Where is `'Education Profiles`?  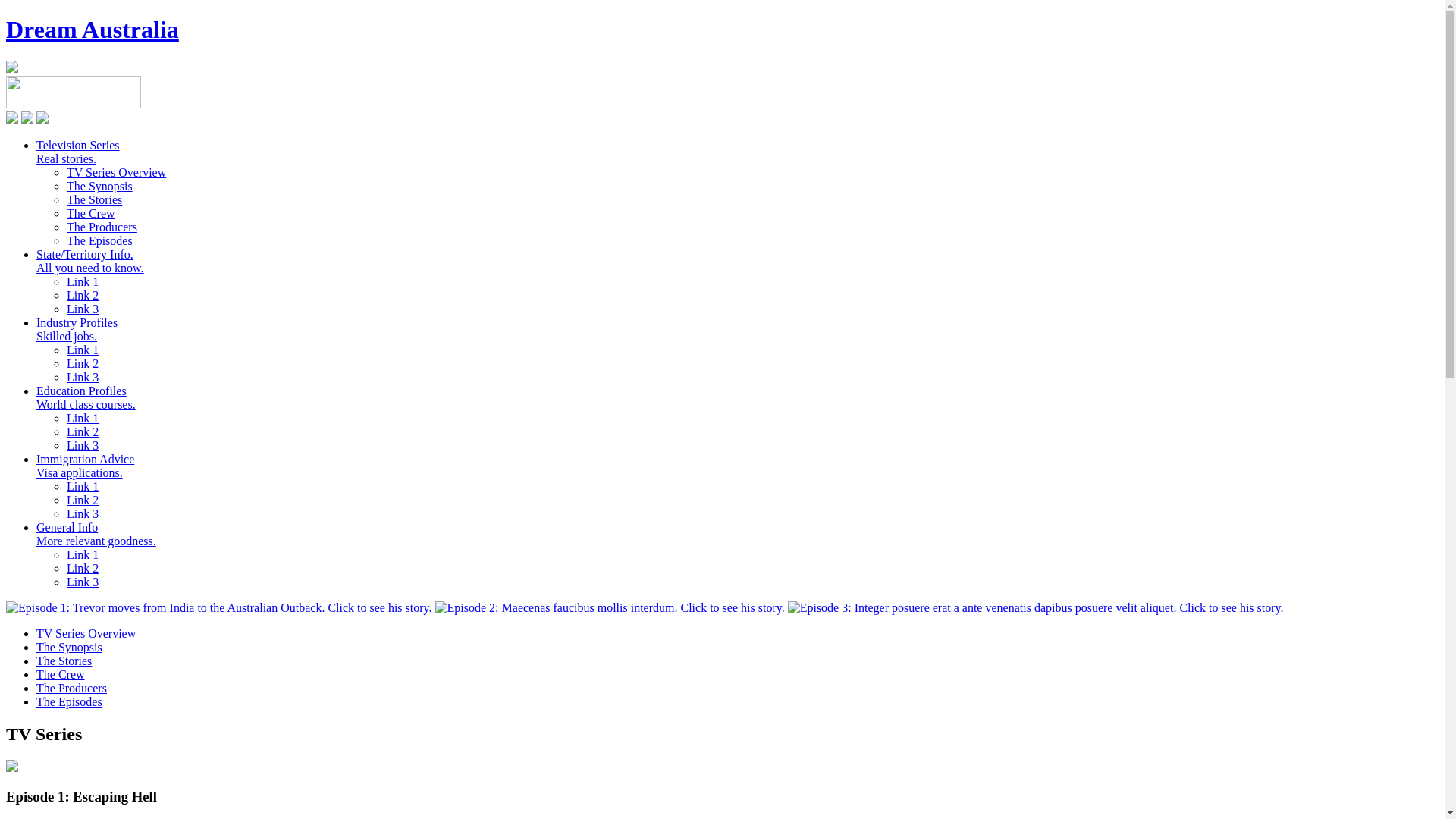 'Education Profiles is located at coordinates (85, 397).